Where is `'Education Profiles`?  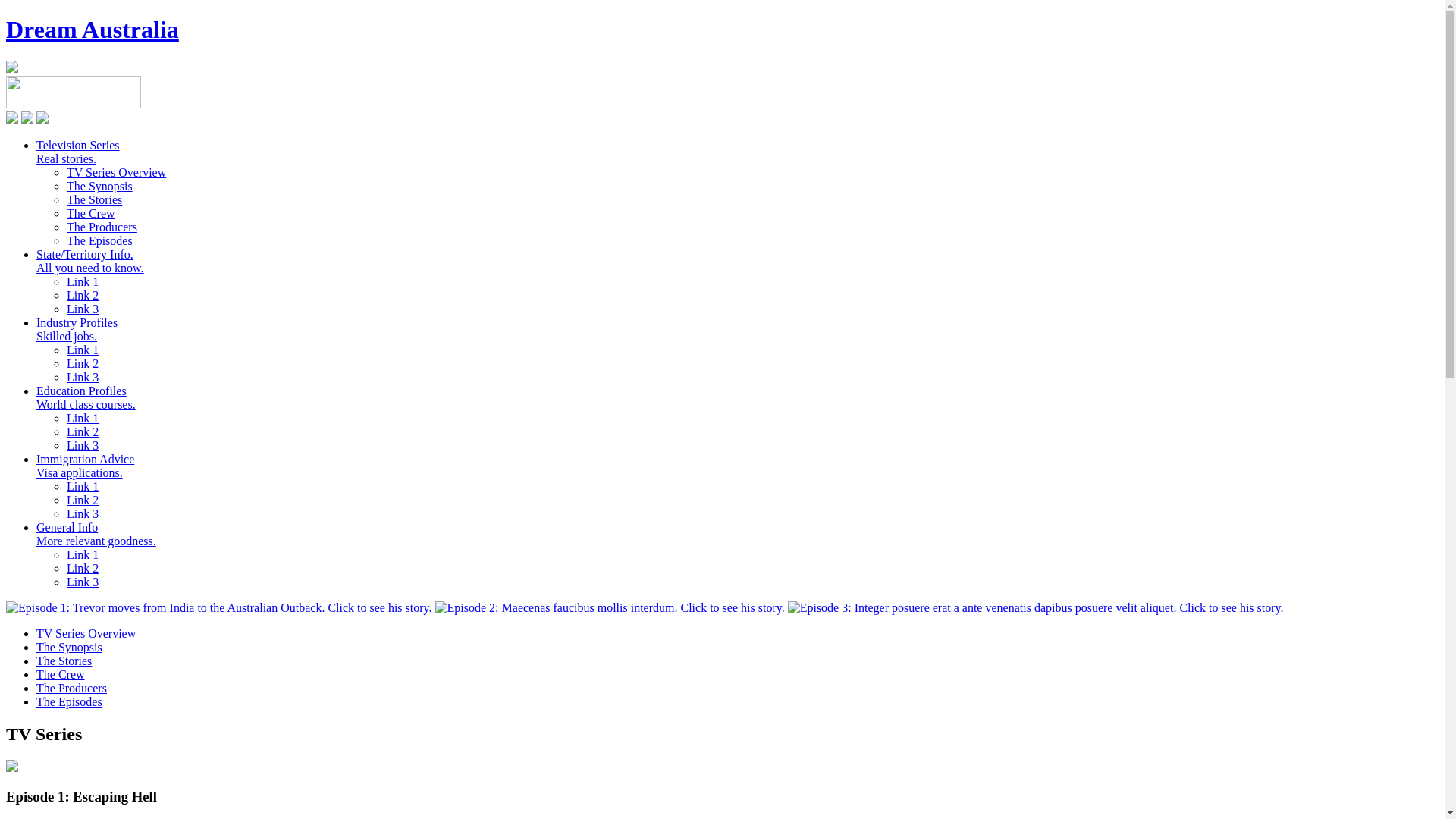 'Education Profiles is located at coordinates (85, 397).